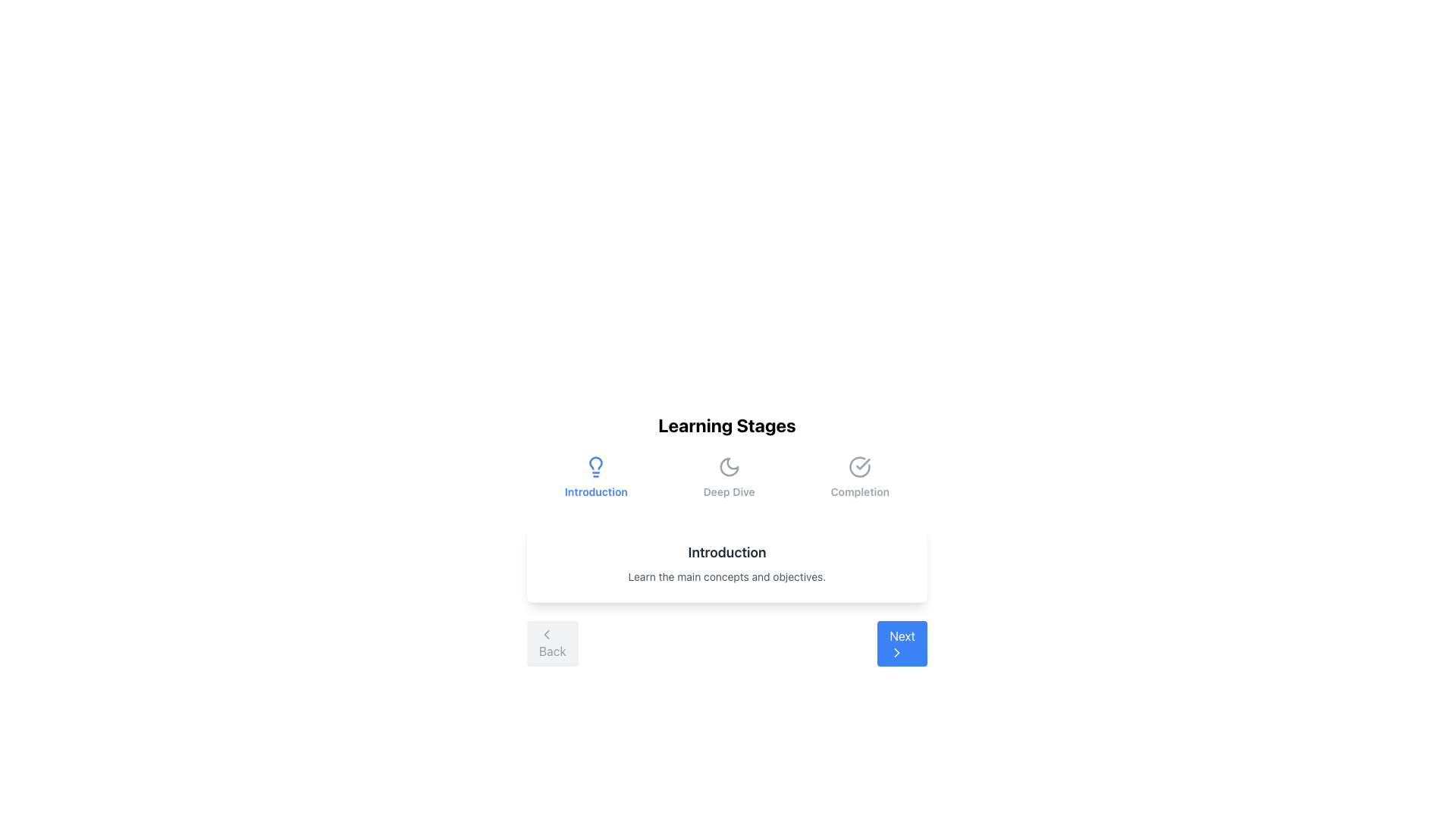 This screenshot has width=1456, height=819. What do you see at coordinates (546, 635) in the screenshot?
I see `the left-pointing chevron icon located within the gray 'Back' button` at bounding box center [546, 635].